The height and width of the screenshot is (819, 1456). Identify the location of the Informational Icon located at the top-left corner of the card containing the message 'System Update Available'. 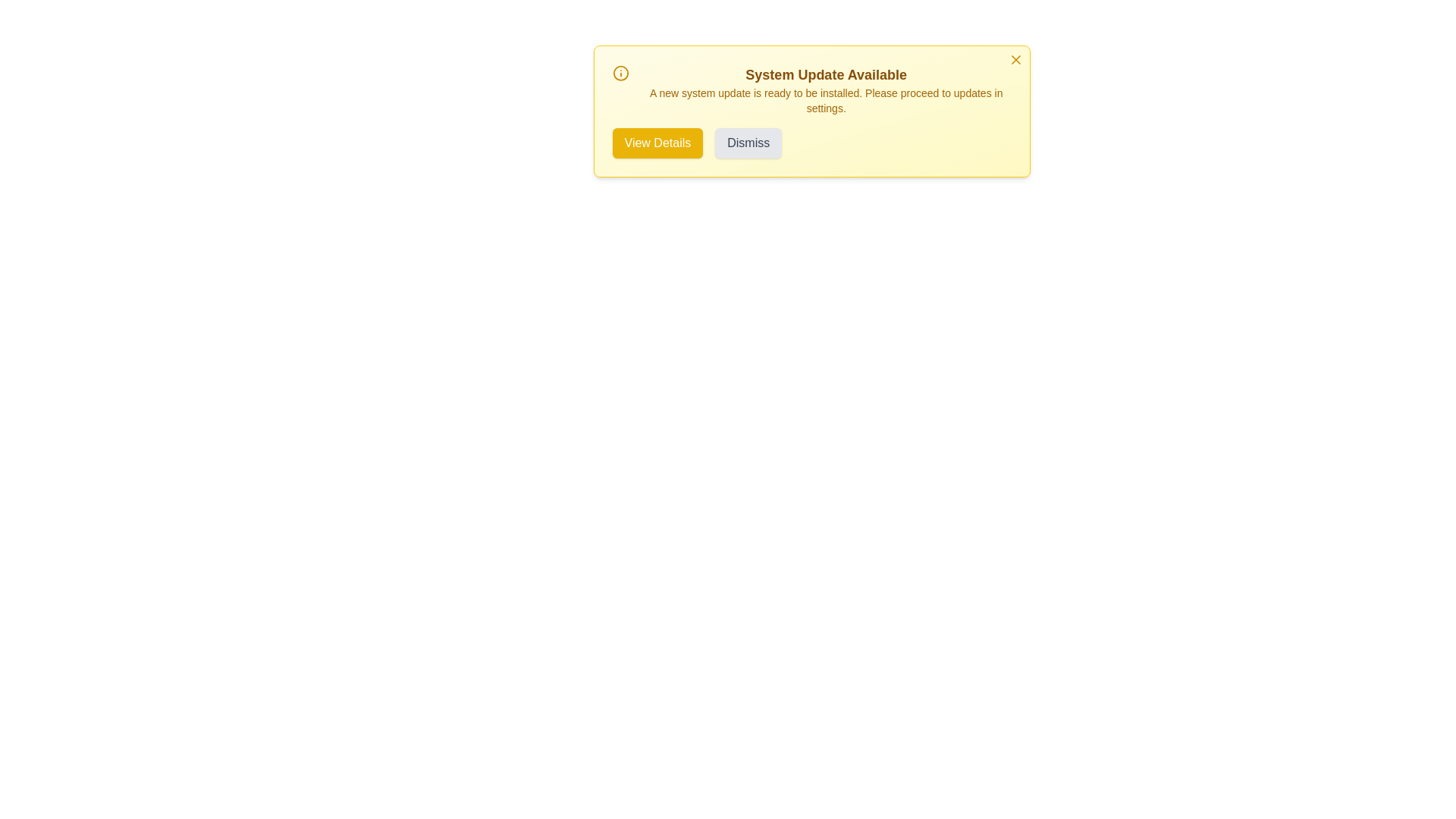
(620, 73).